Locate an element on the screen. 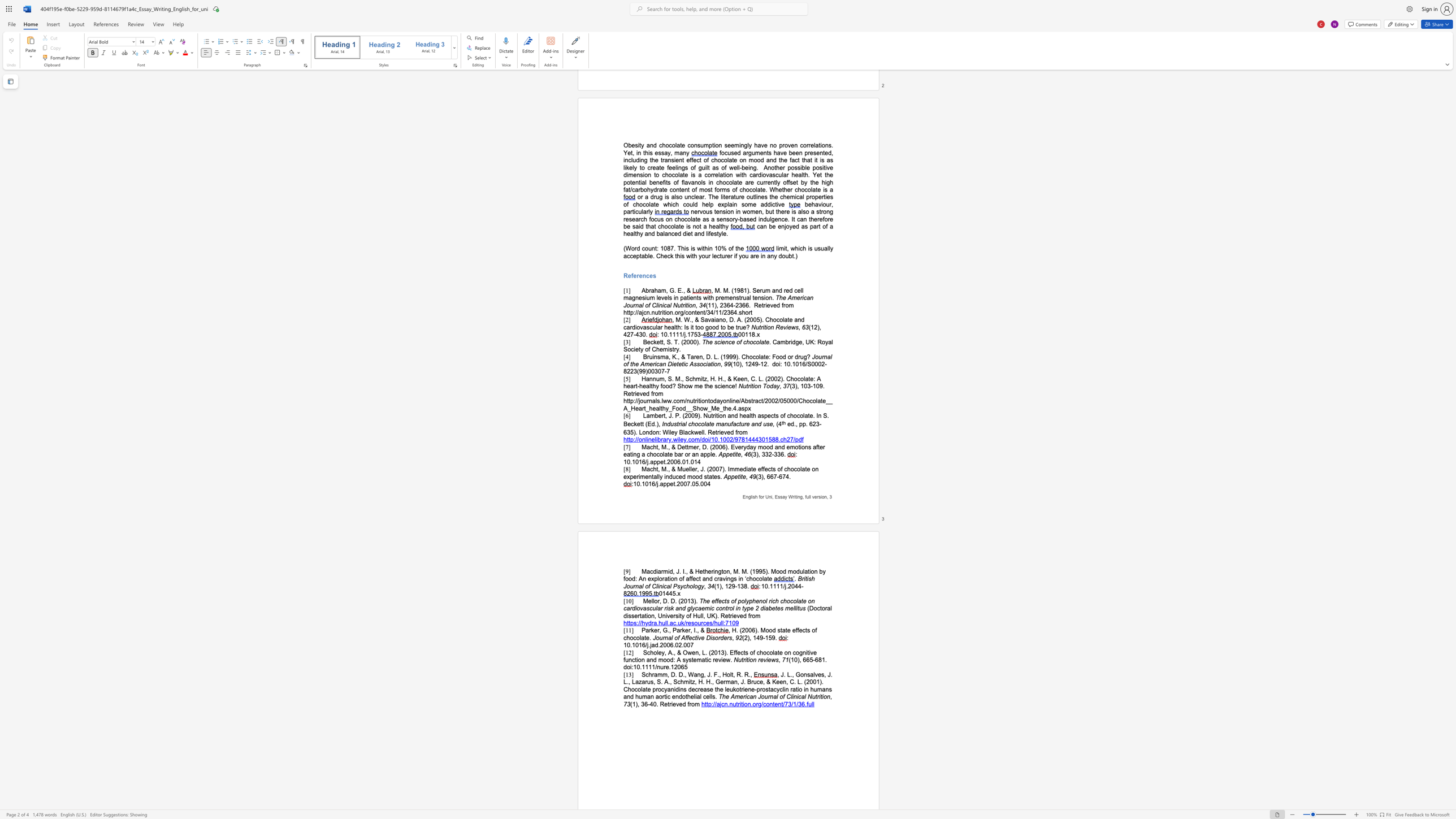 This screenshot has height=819, width=1456. the subset text "rev" within the text "Nutrition reviews" is located at coordinates (757, 660).